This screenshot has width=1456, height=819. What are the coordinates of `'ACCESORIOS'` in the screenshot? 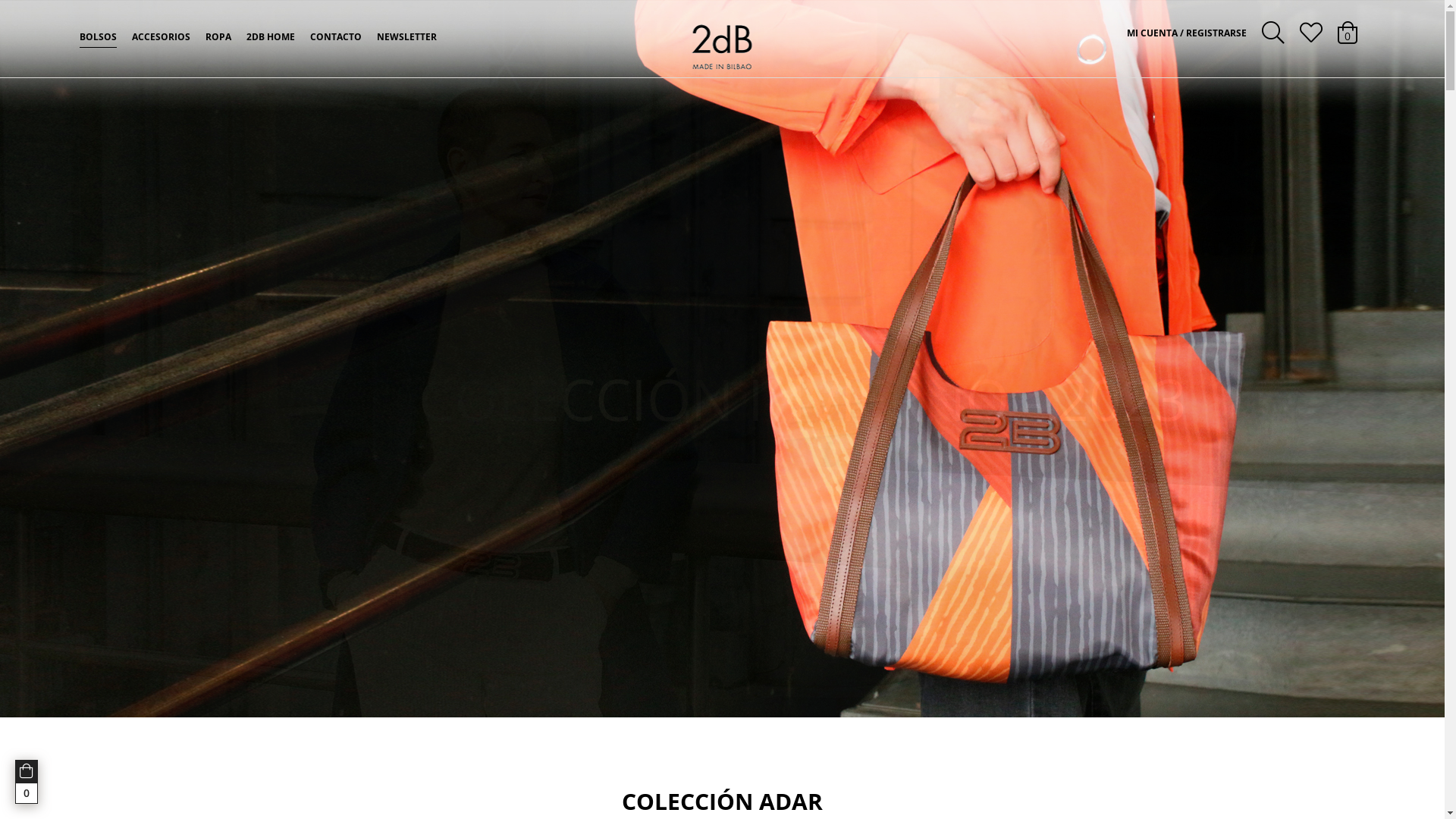 It's located at (161, 36).